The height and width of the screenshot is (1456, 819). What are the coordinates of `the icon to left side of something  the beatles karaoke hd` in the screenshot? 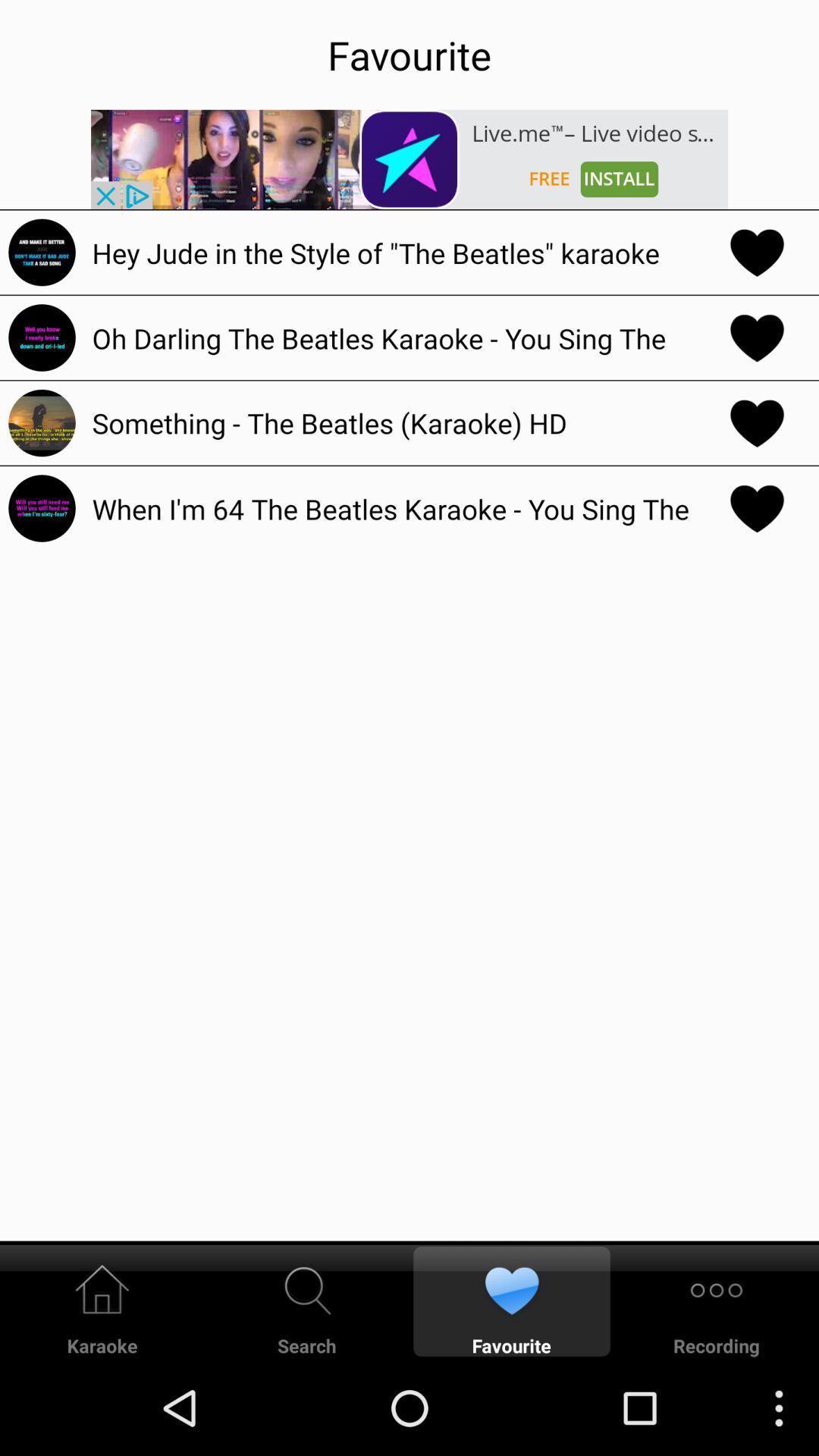 It's located at (41, 422).